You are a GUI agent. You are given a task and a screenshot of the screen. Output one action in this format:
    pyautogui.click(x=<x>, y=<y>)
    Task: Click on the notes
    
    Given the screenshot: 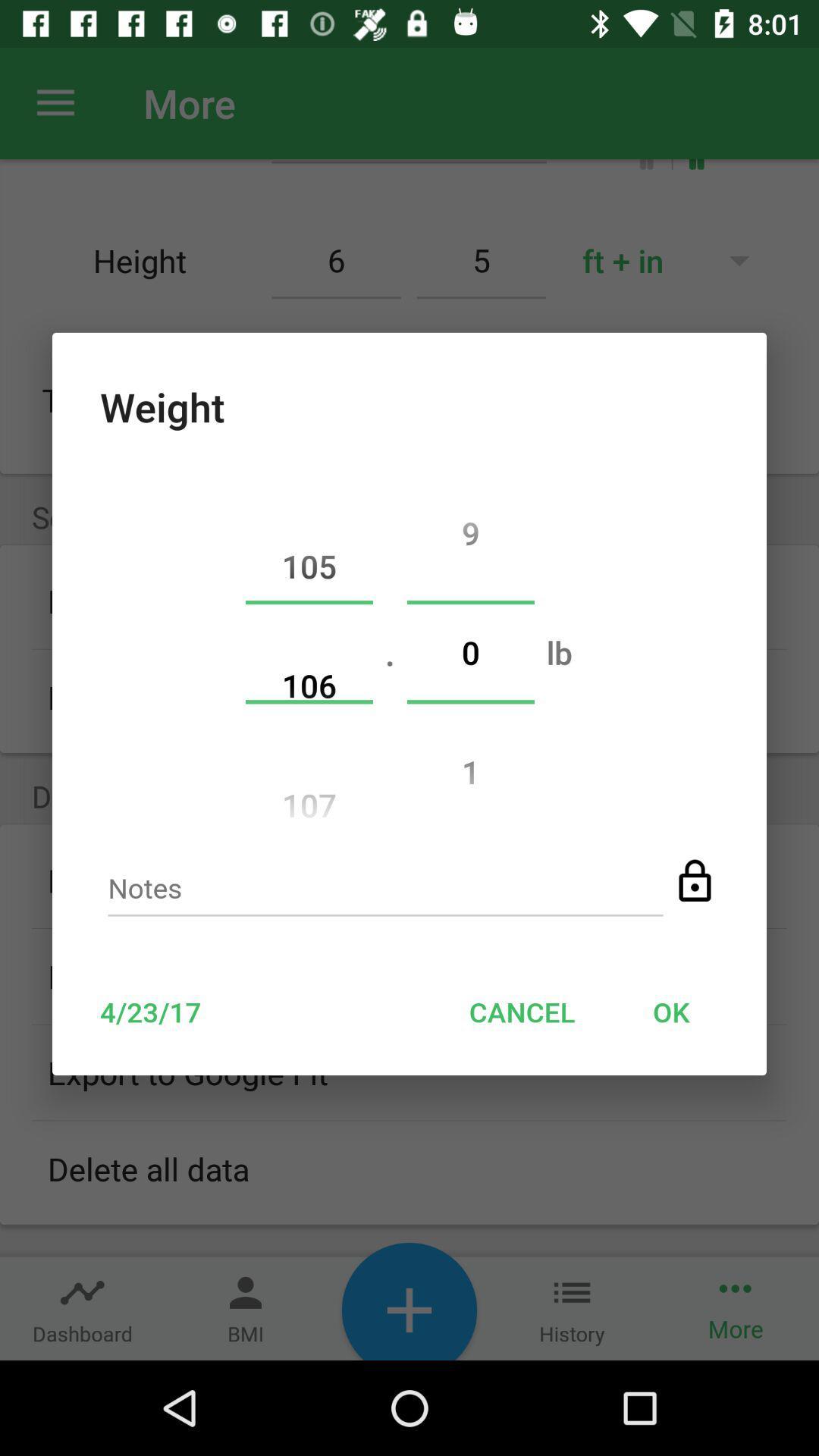 What is the action you would take?
    pyautogui.click(x=384, y=893)
    